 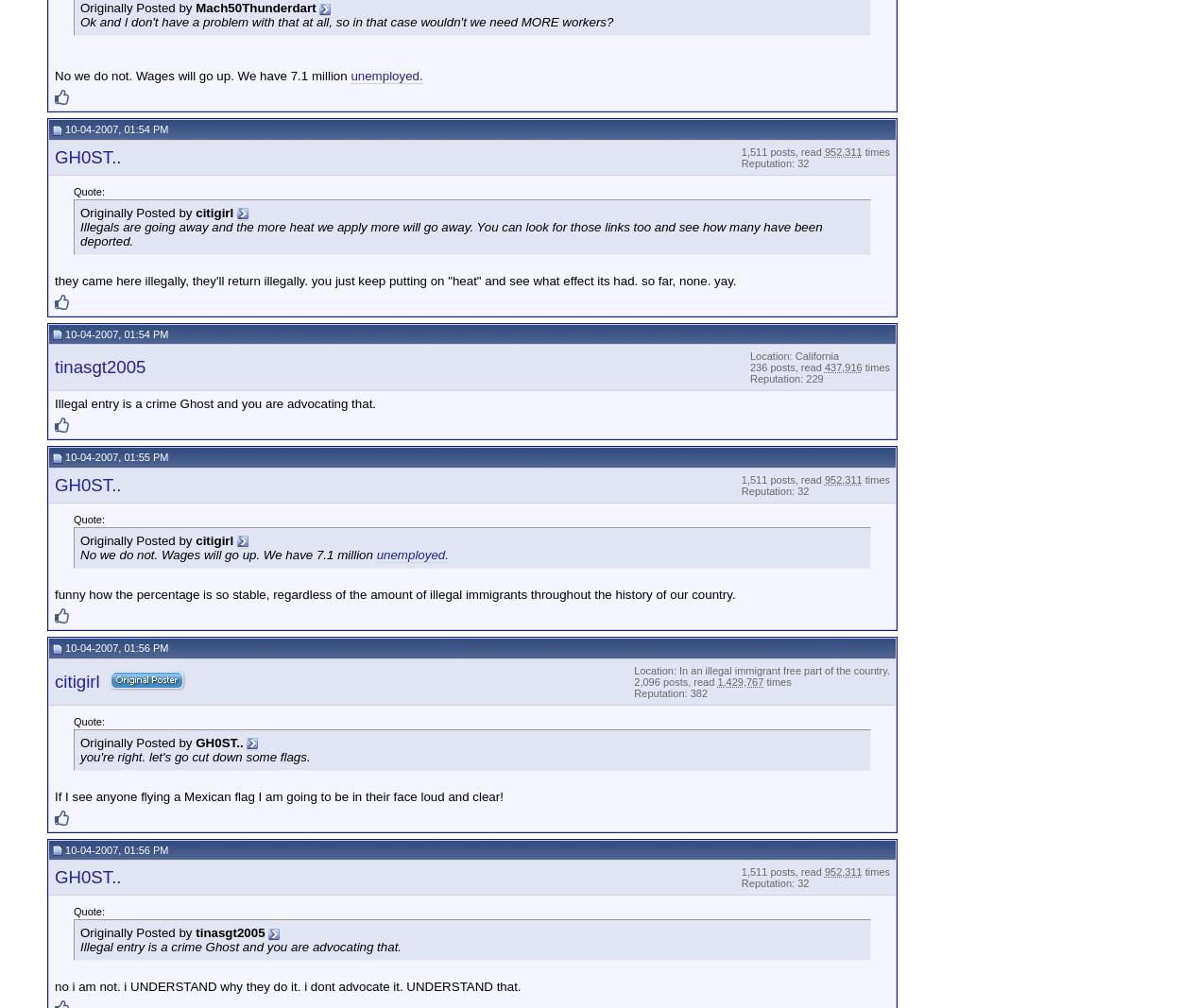 I want to click on 'no i am not. i UNDERSTAND why they do it. i dont advocate it. UNDERSTAND that.', so click(x=54, y=986).